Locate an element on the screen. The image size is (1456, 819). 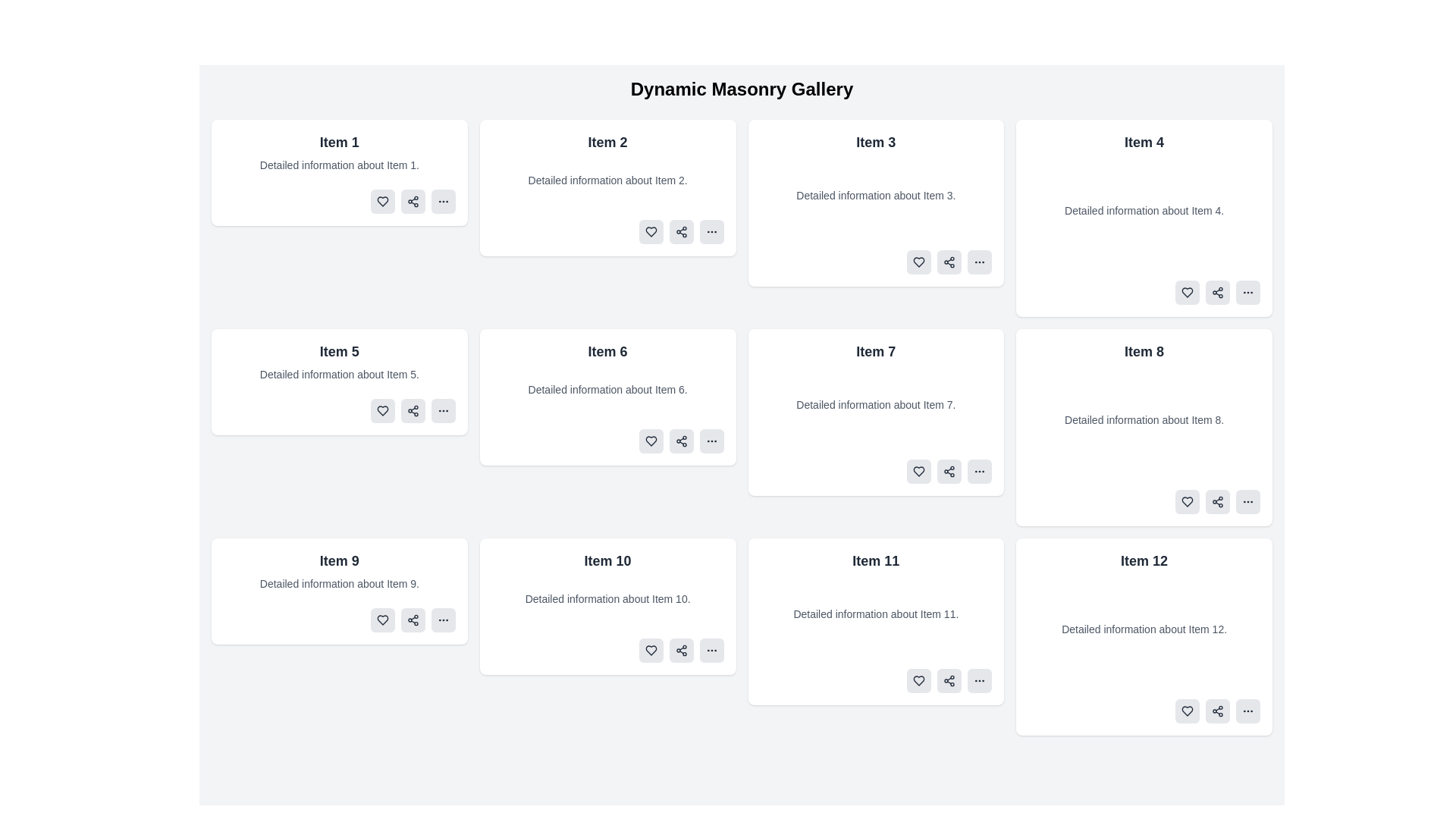
the 'like' icon button located at the bottom-right corner of the card labeled 'Item 8' to like or unlike the associated item is located at coordinates (1186, 502).